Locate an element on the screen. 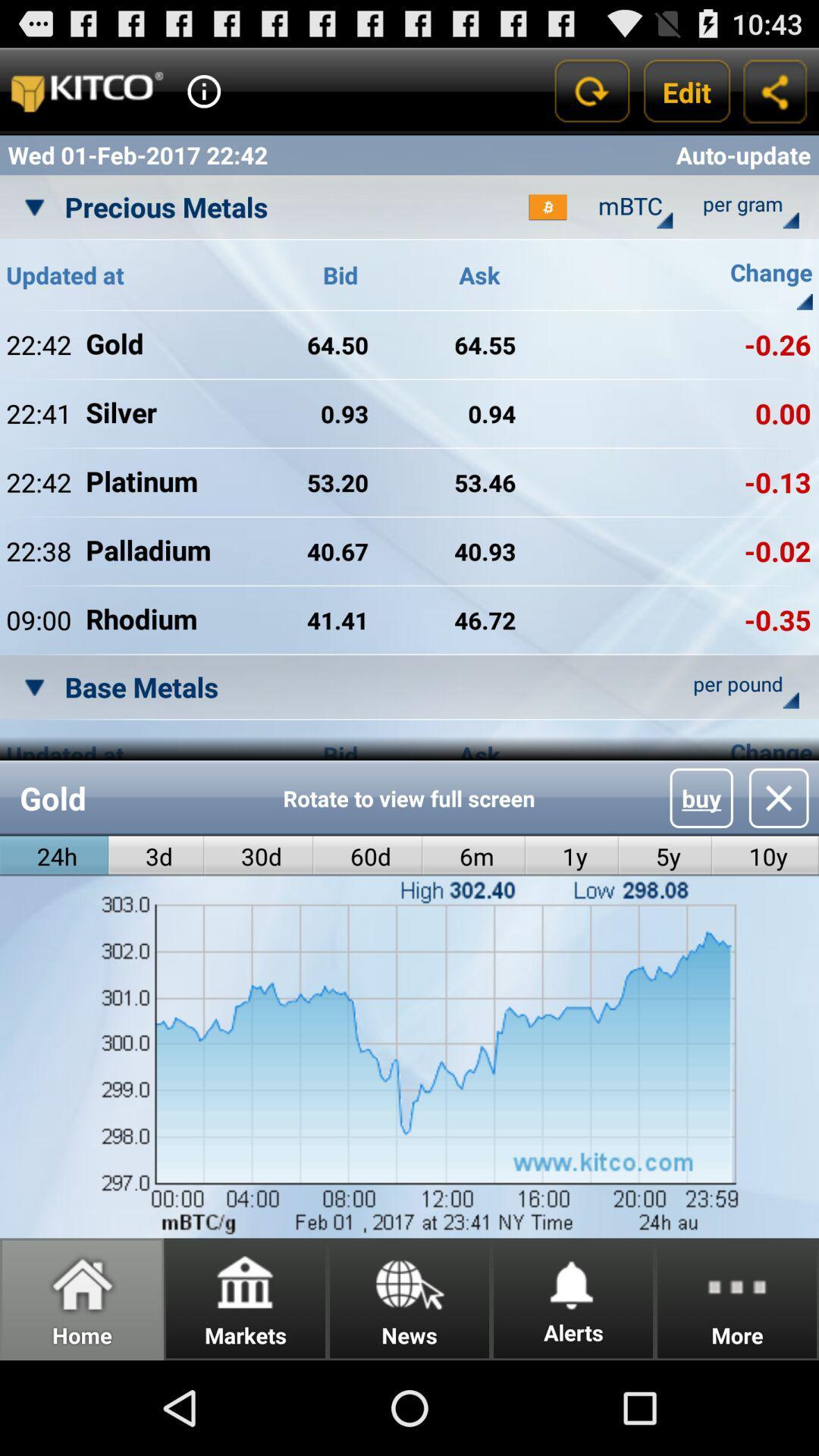 This screenshot has width=819, height=1456. get more information is located at coordinates (203, 90).